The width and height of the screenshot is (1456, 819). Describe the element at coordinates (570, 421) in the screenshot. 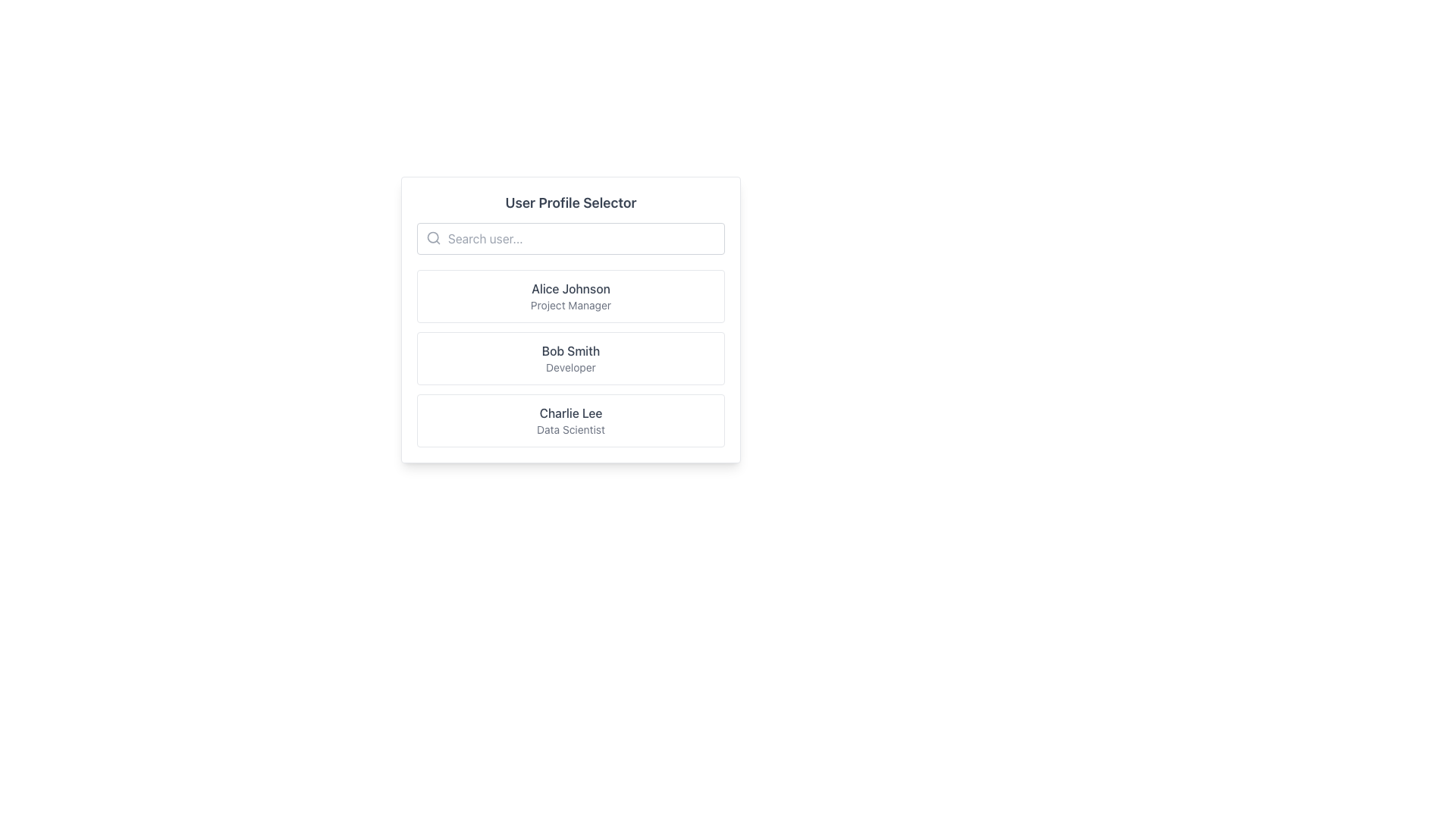

I see `the user profile selection tile displaying 'Charlie Lee - Data Scientist'` at that location.